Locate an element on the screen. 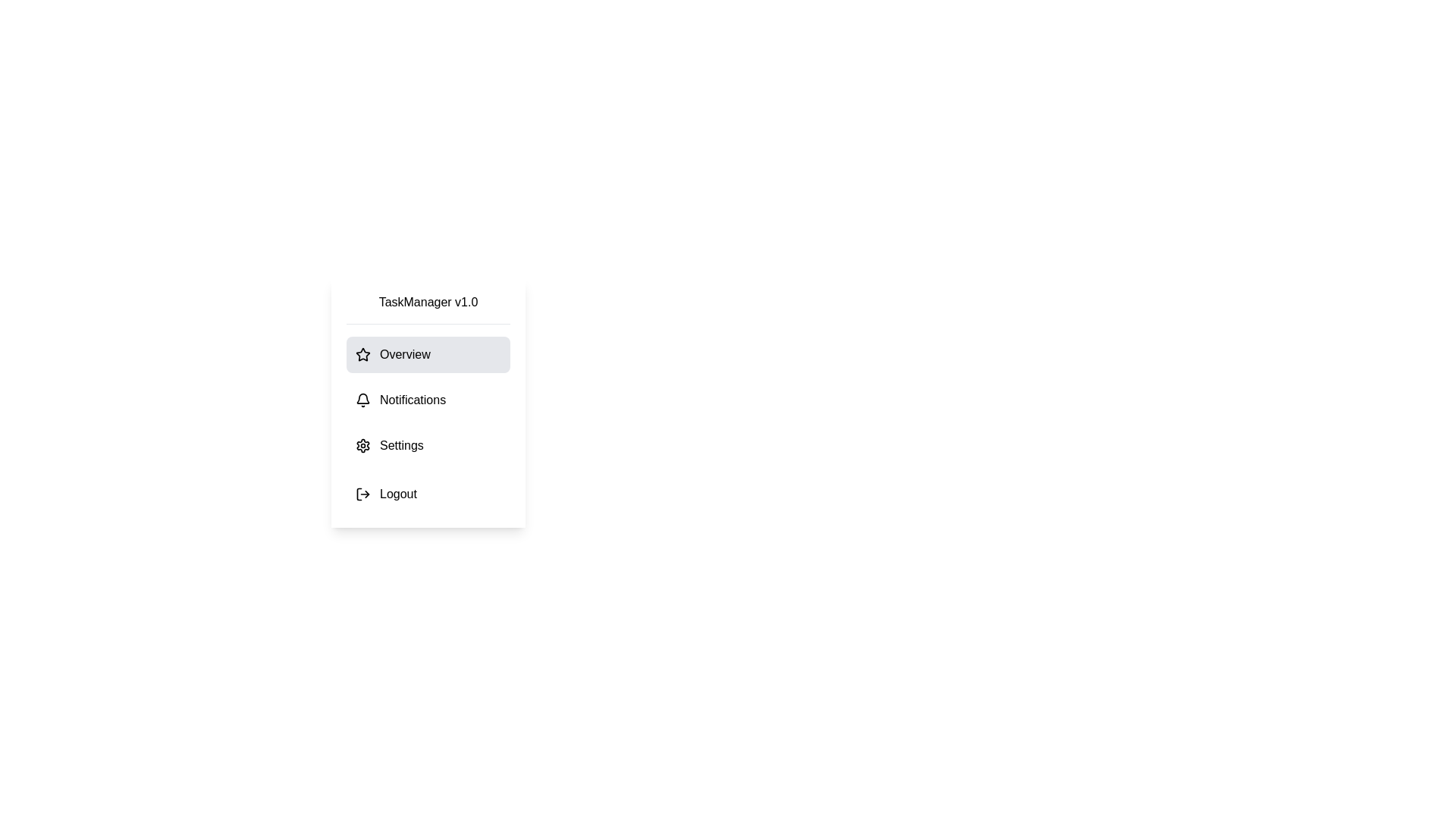  the 'Overview' static text label in the menu section is located at coordinates (405, 354).